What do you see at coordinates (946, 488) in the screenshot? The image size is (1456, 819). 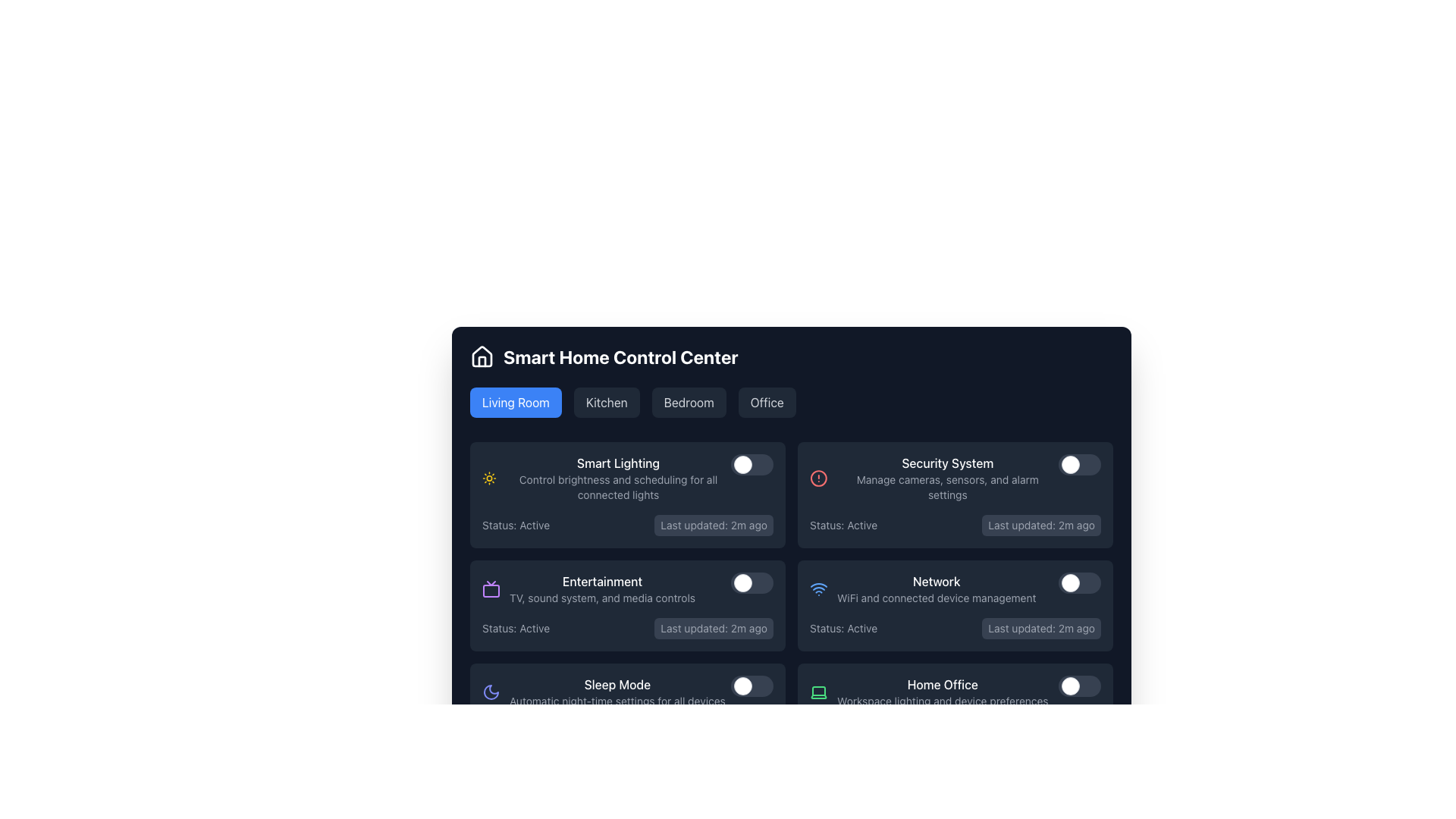 I see `the static text reading 'Manage cameras, sensors, and alarm settings' located below the heading 'Security System' within the card labeled 'Security System'` at bounding box center [946, 488].